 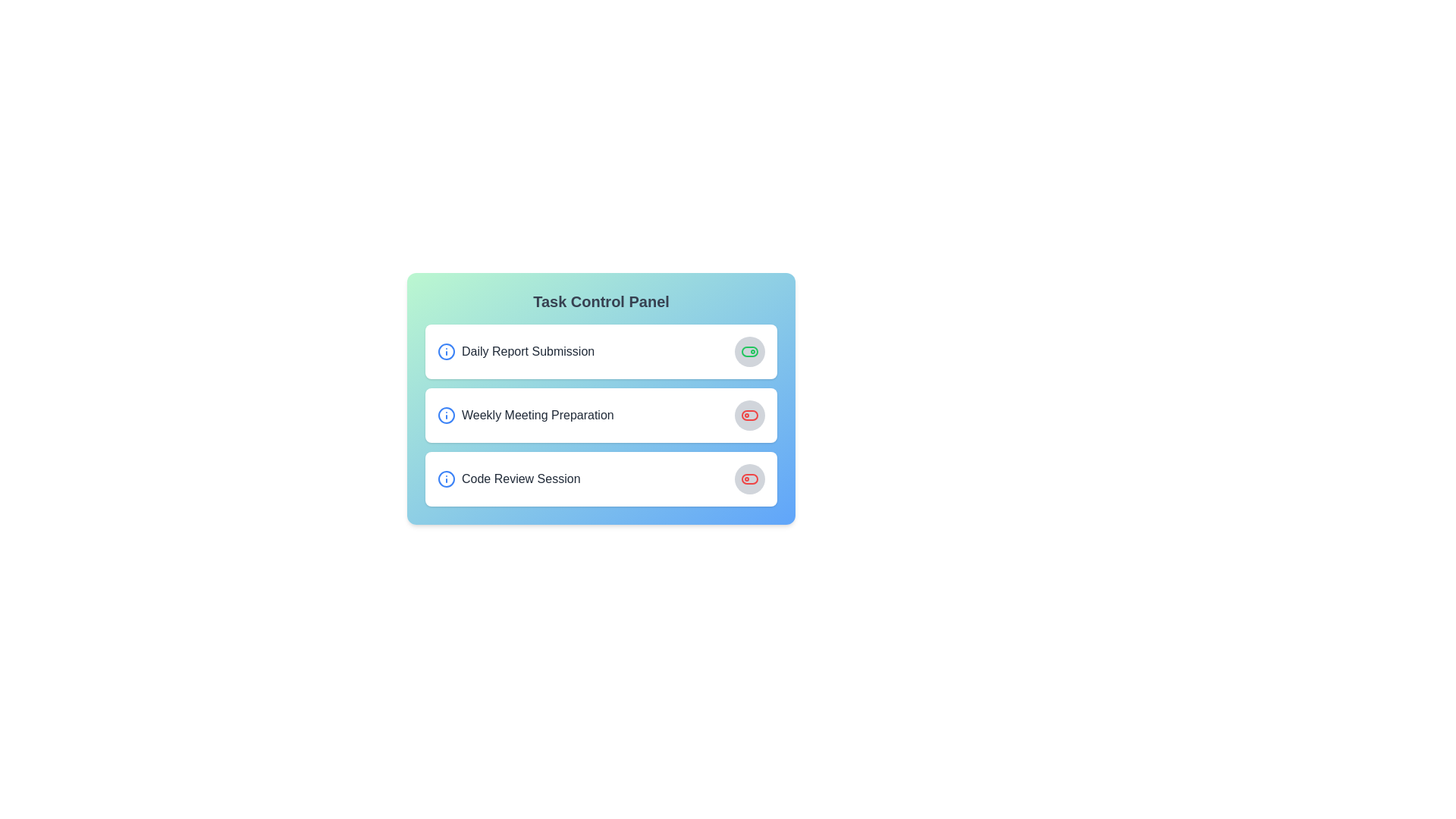 I want to click on the appearance of the SVG circle element that is part of the icon in the third row of the task list, so click(x=446, y=479).